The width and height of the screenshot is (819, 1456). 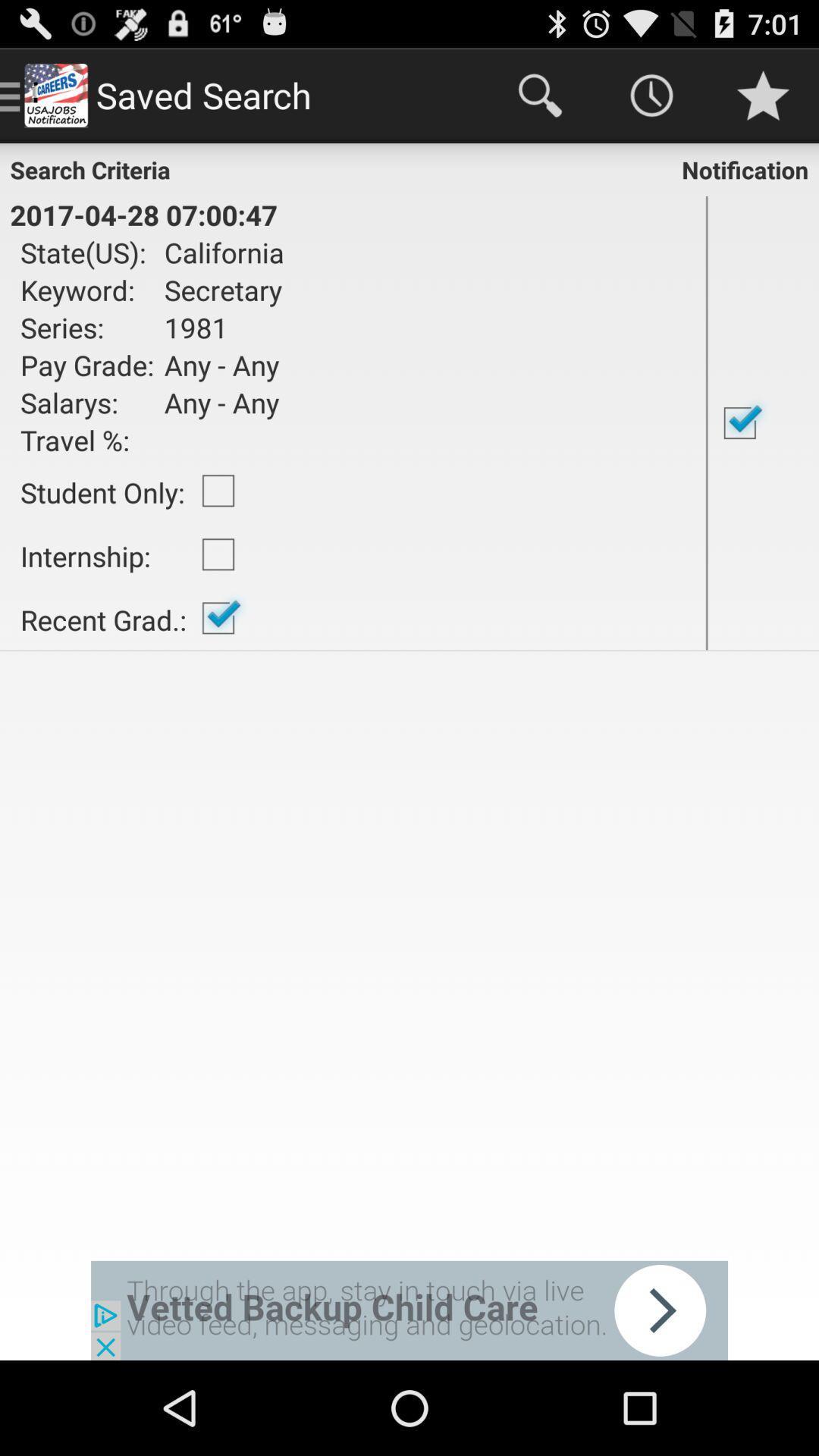 I want to click on notification, so click(x=763, y=422).